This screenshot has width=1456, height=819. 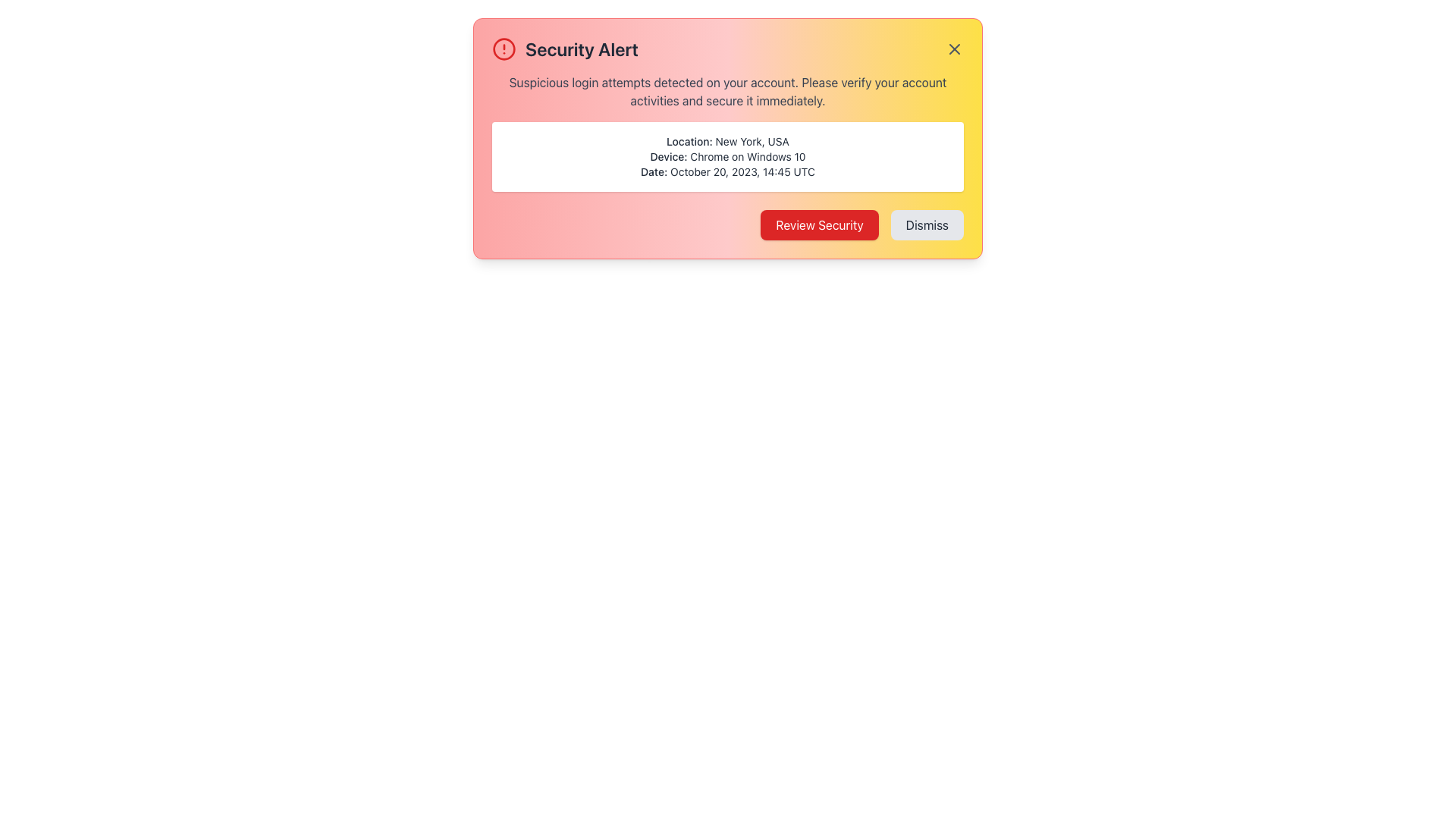 I want to click on the Text Label that serves as a semantic identifier for the date and time information in the security alert box, located at the center-left portion of the white background region, so click(x=654, y=171).